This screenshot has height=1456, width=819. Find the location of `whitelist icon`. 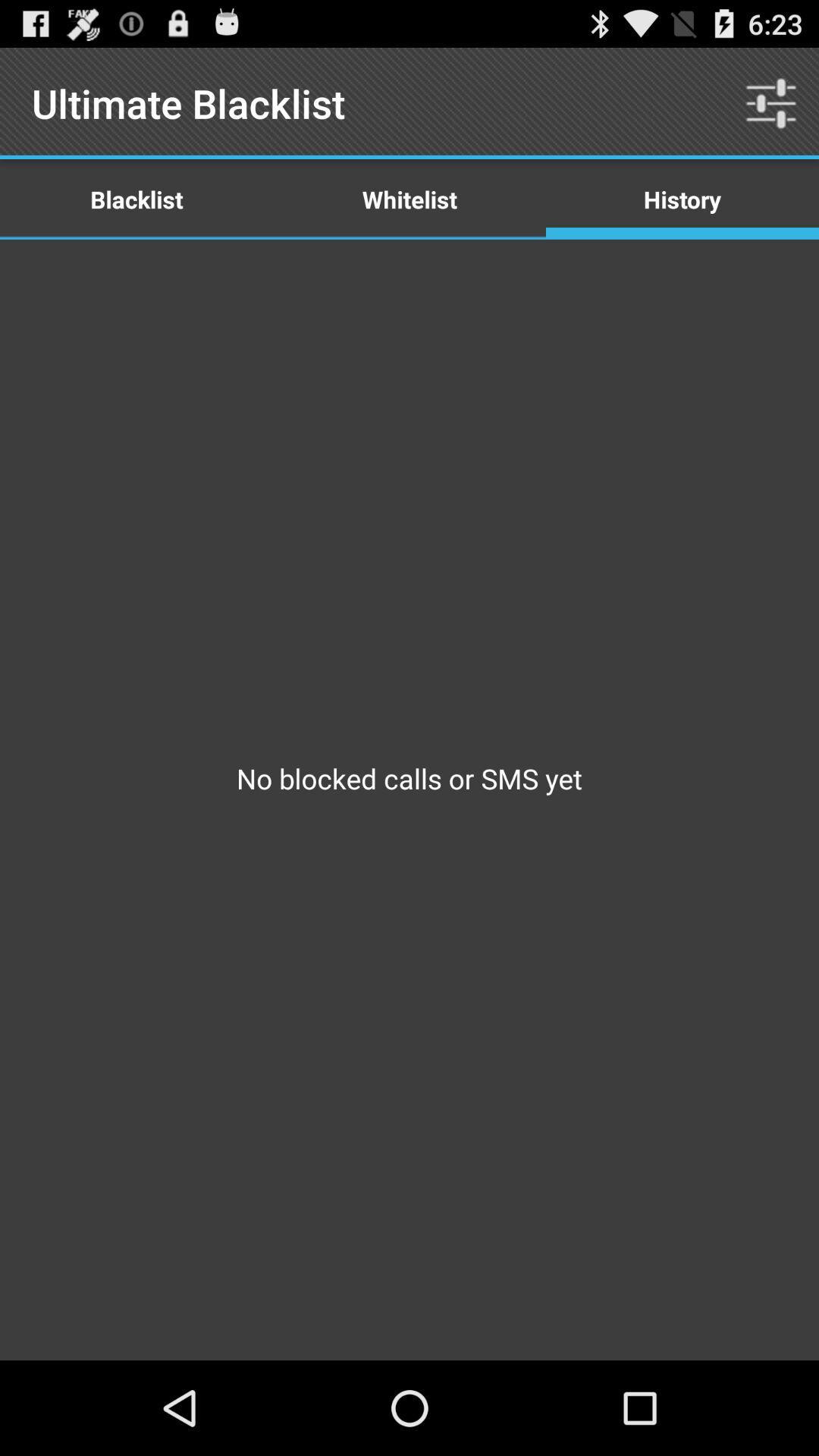

whitelist icon is located at coordinates (409, 198).